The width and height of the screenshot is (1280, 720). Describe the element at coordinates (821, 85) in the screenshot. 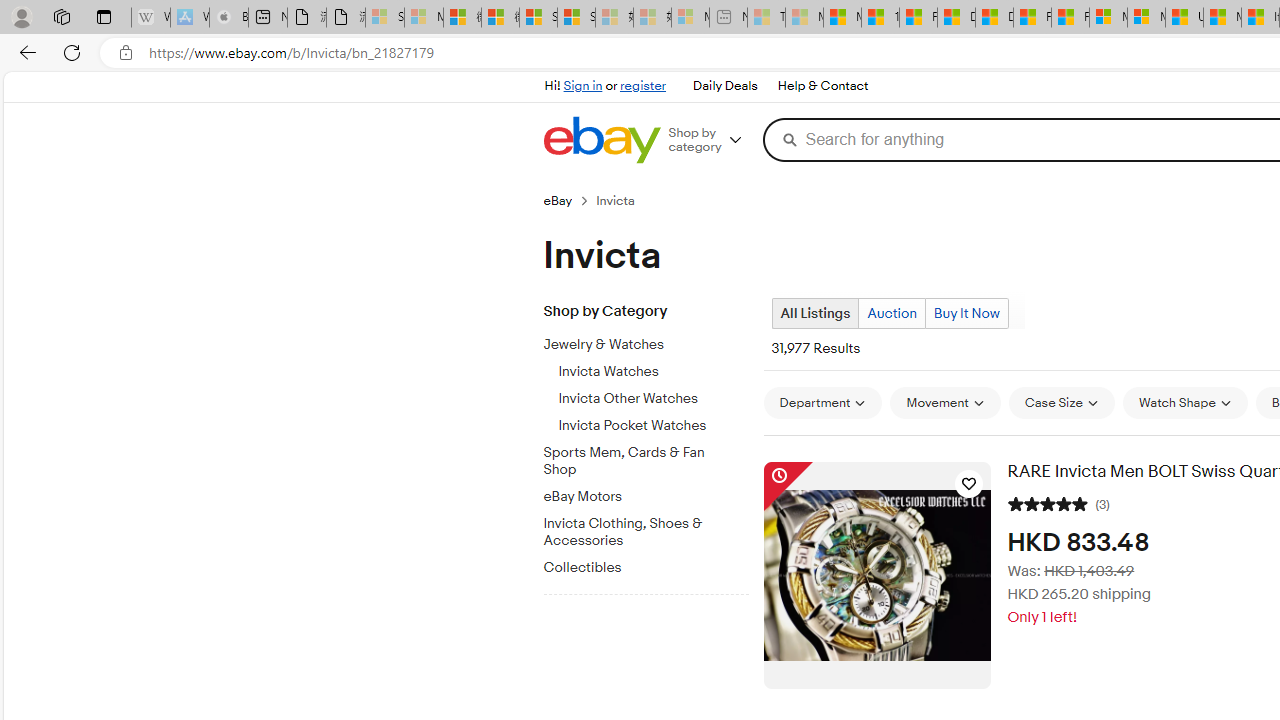

I see `'Help & Contact'` at that location.